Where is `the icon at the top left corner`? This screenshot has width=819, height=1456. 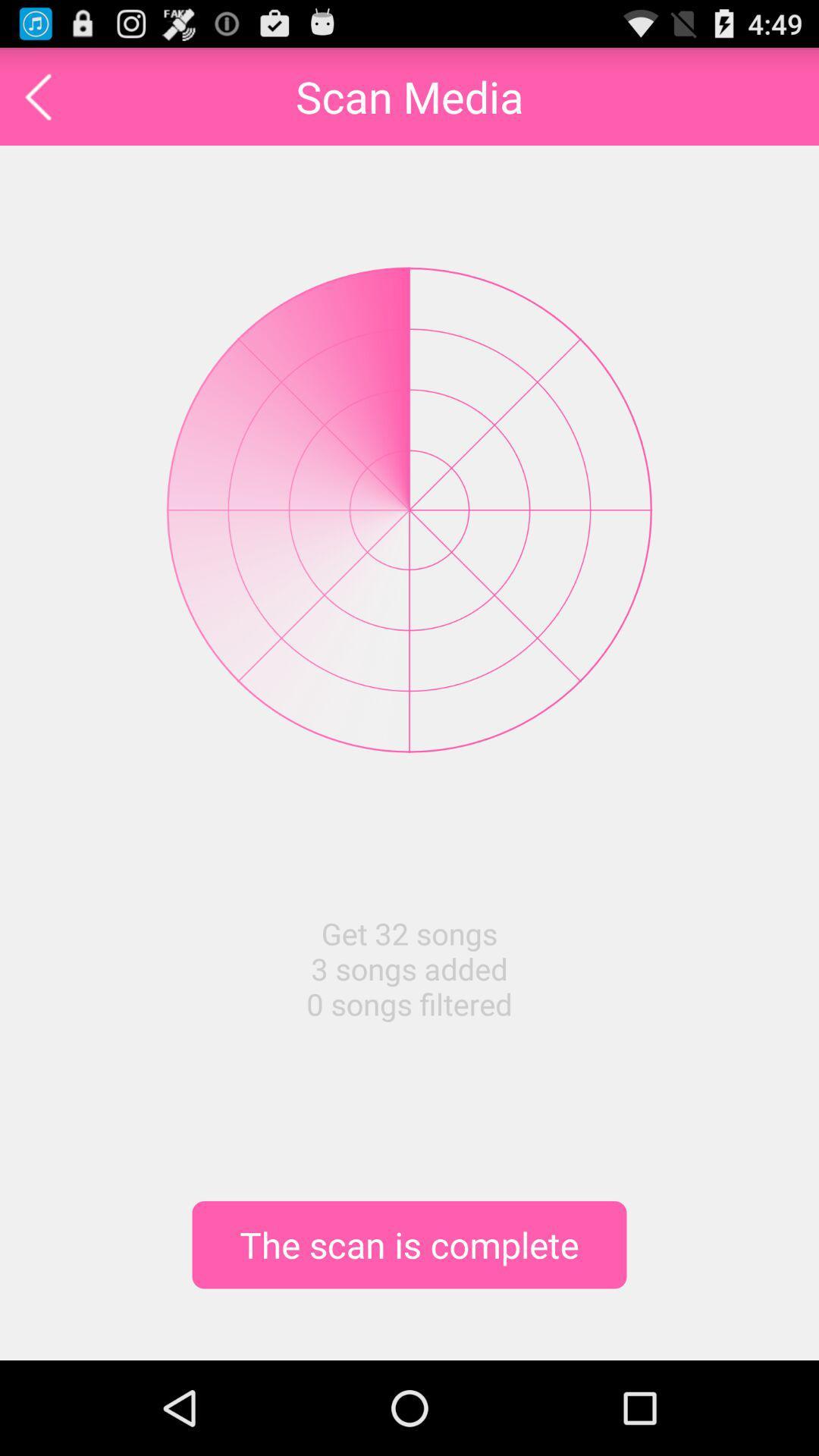
the icon at the top left corner is located at coordinates (37, 96).